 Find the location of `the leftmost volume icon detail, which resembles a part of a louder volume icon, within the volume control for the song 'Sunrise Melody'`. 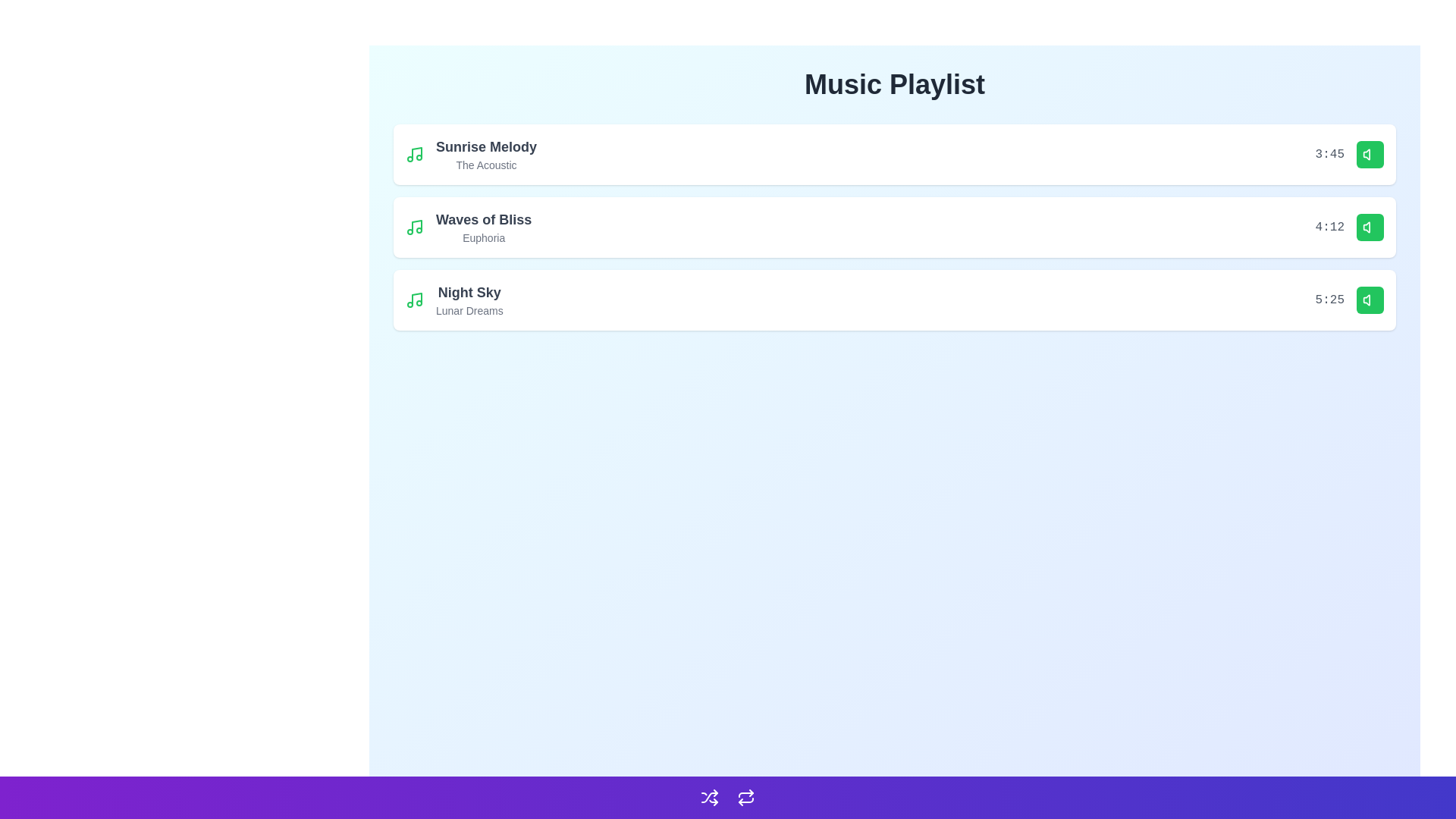

the leftmost volume icon detail, which resembles a part of a louder volume icon, within the volume control for the song 'Sunrise Melody' is located at coordinates (1367, 155).